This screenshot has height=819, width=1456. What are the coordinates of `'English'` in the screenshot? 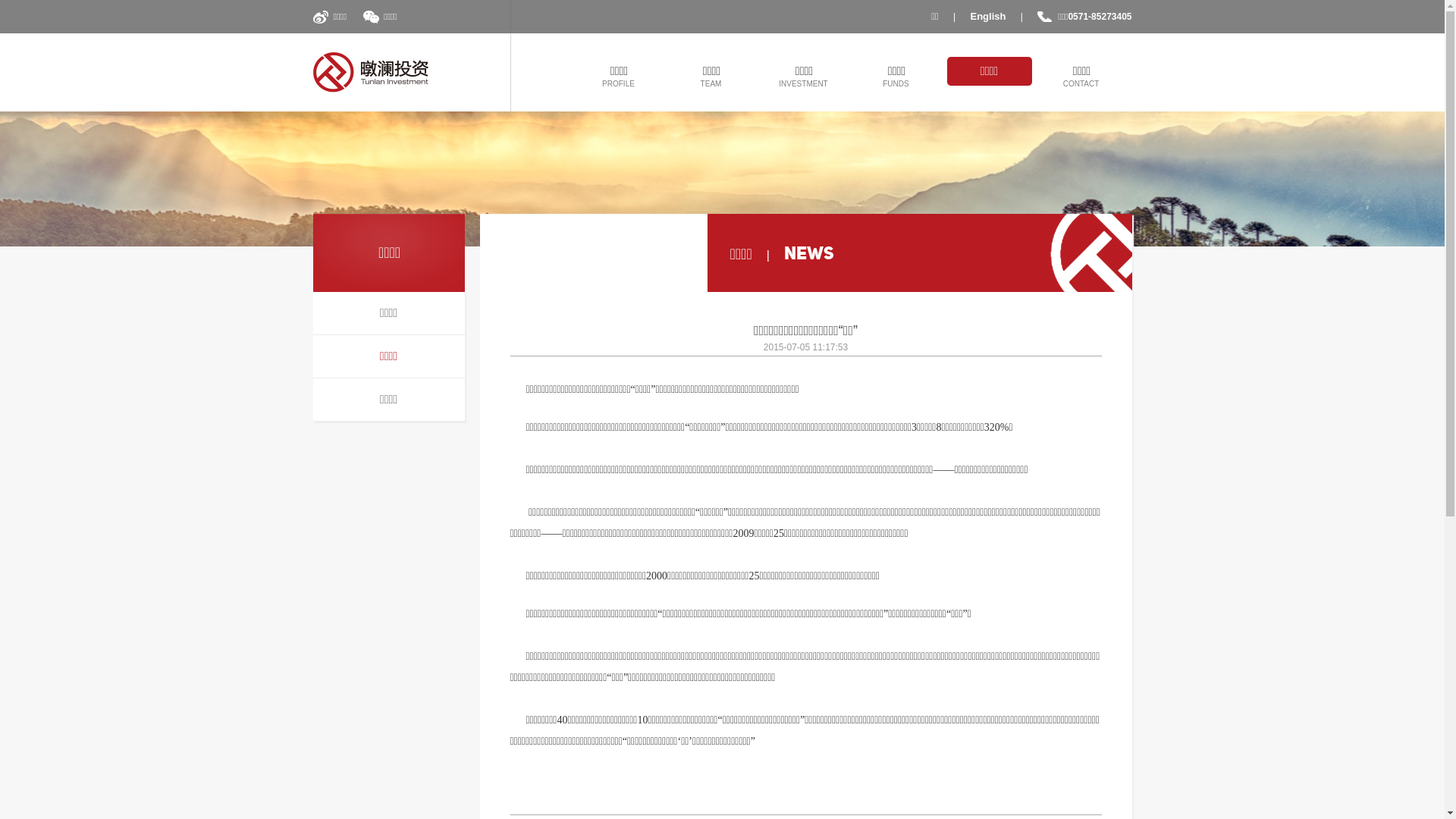 It's located at (988, 17).